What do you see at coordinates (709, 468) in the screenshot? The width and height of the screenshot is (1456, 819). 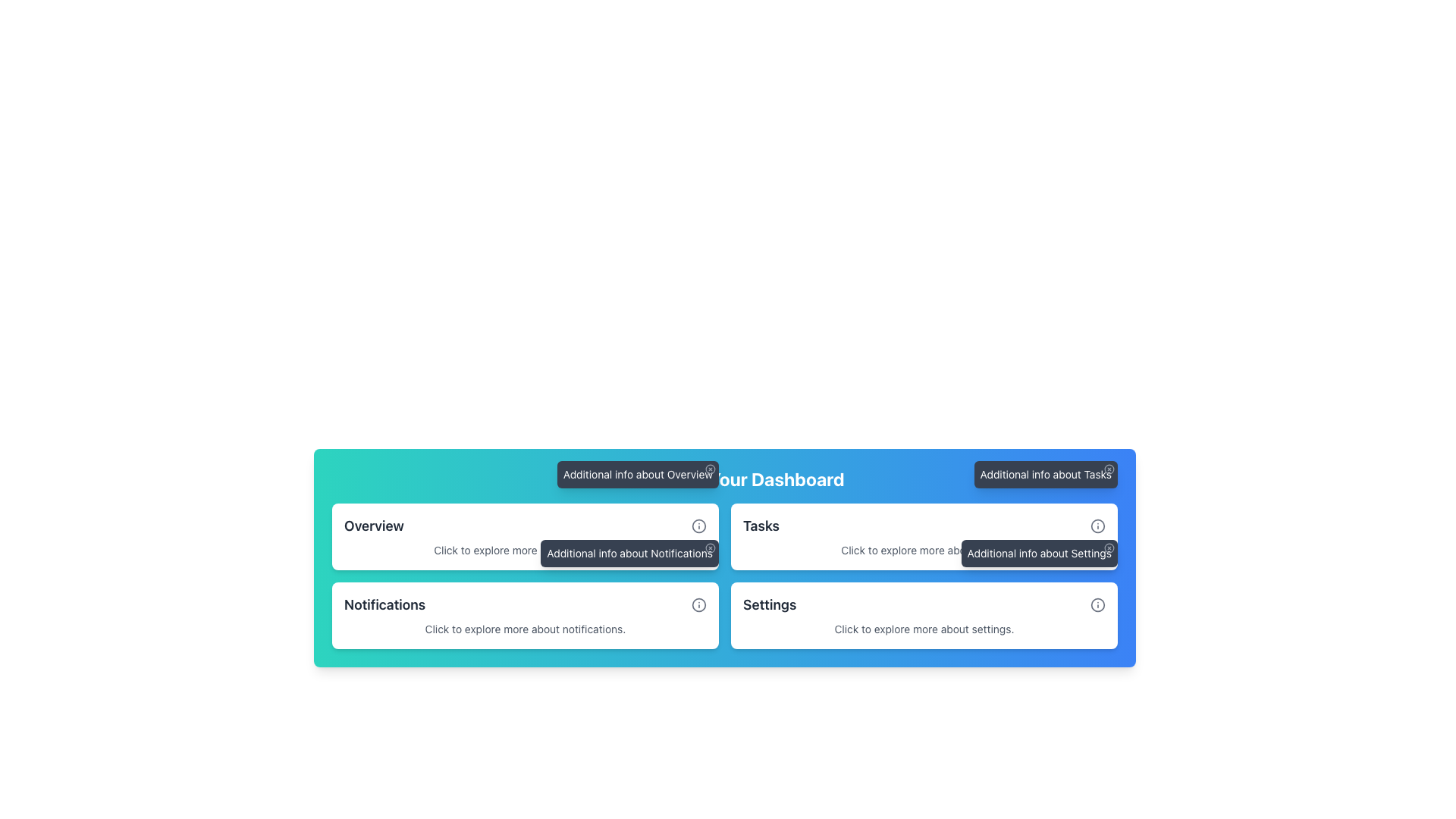 I see `the circular gray button with a cross inside, located in the top-right corner of the tooltip displaying 'Additional info about Overview'` at bounding box center [709, 468].